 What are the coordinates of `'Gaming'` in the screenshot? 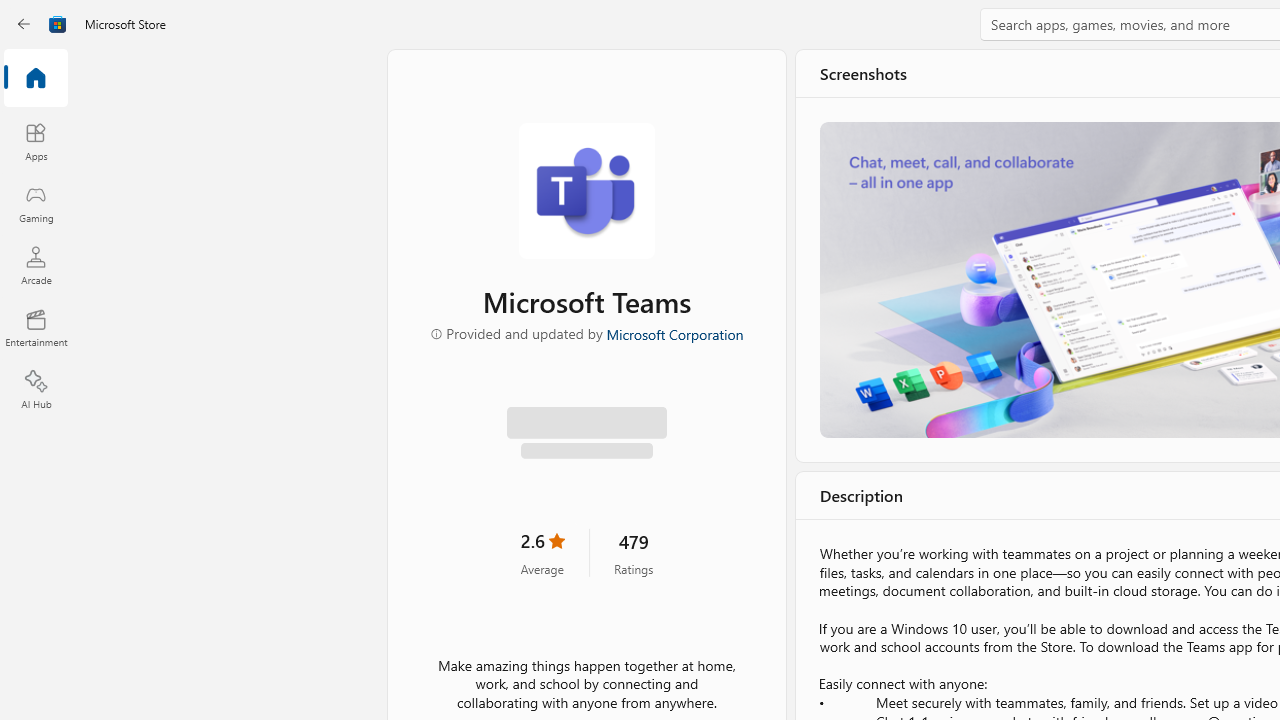 It's located at (35, 203).